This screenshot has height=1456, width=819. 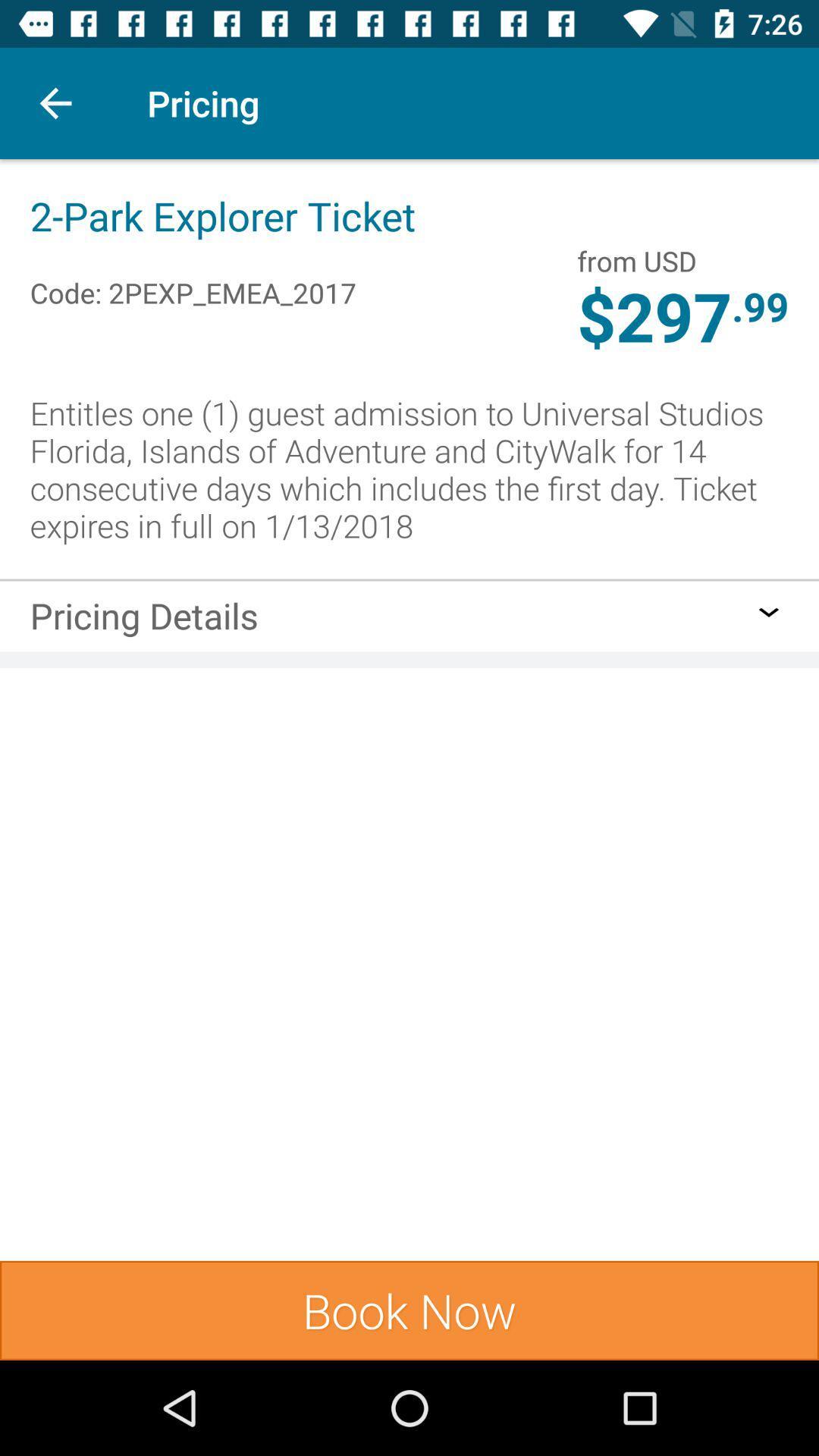 I want to click on the item to the left of the .99 icon, so click(x=654, y=318).